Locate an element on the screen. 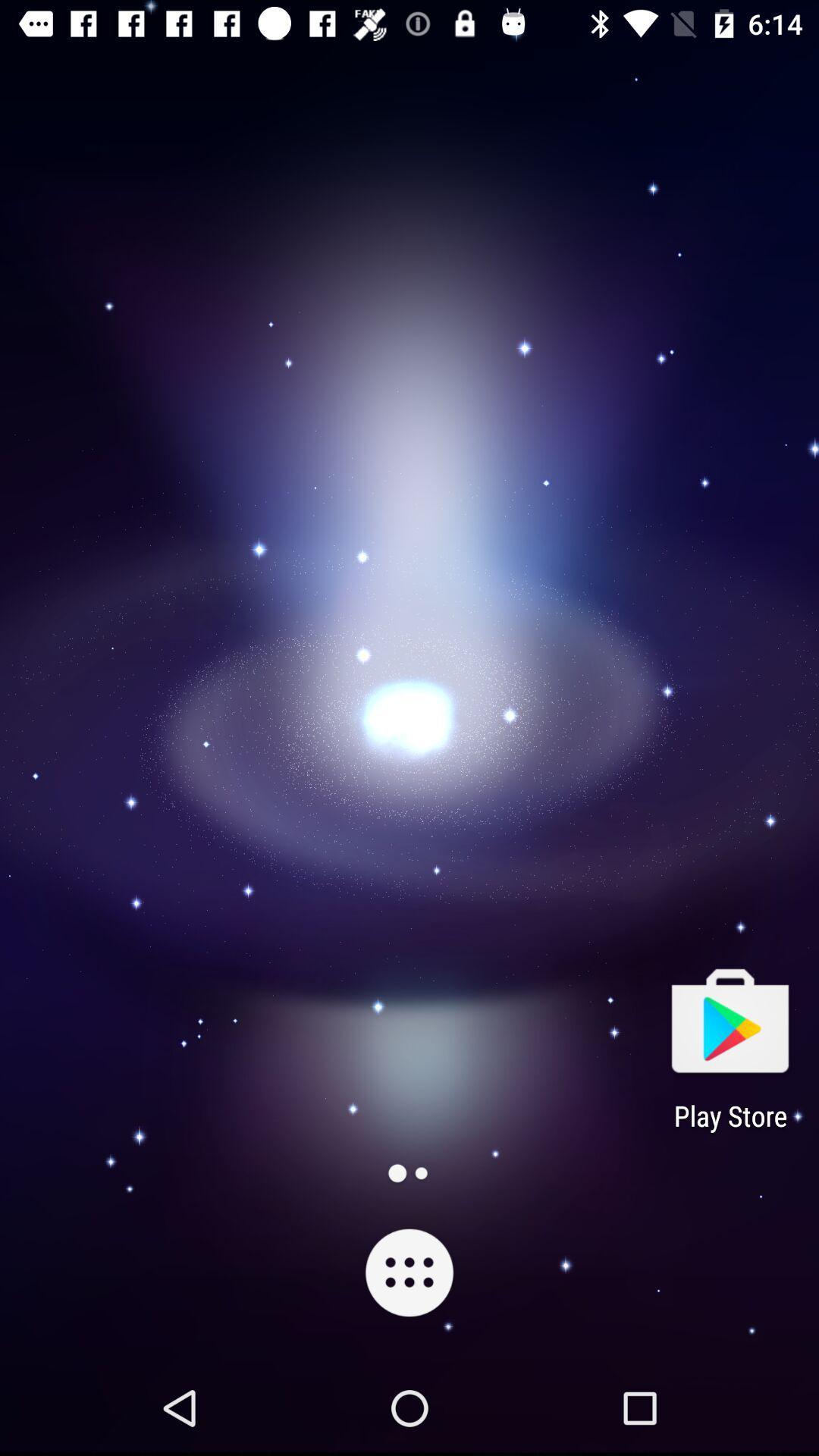 The height and width of the screenshot is (1456, 819). the label icon is located at coordinates (32, 33).